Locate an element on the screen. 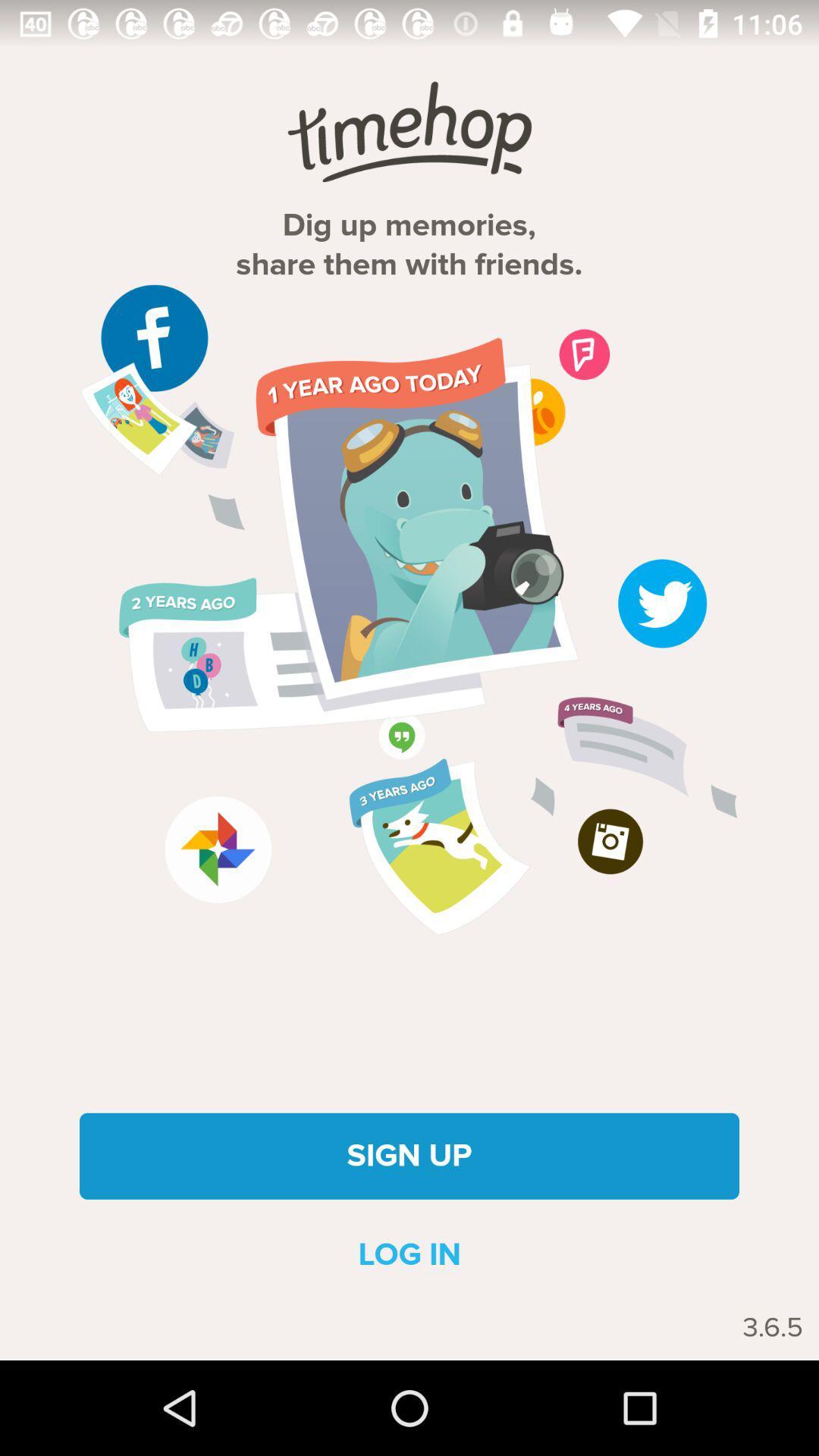 Image resolution: width=819 pixels, height=1456 pixels. the item above log in item is located at coordinates (409, 1155).